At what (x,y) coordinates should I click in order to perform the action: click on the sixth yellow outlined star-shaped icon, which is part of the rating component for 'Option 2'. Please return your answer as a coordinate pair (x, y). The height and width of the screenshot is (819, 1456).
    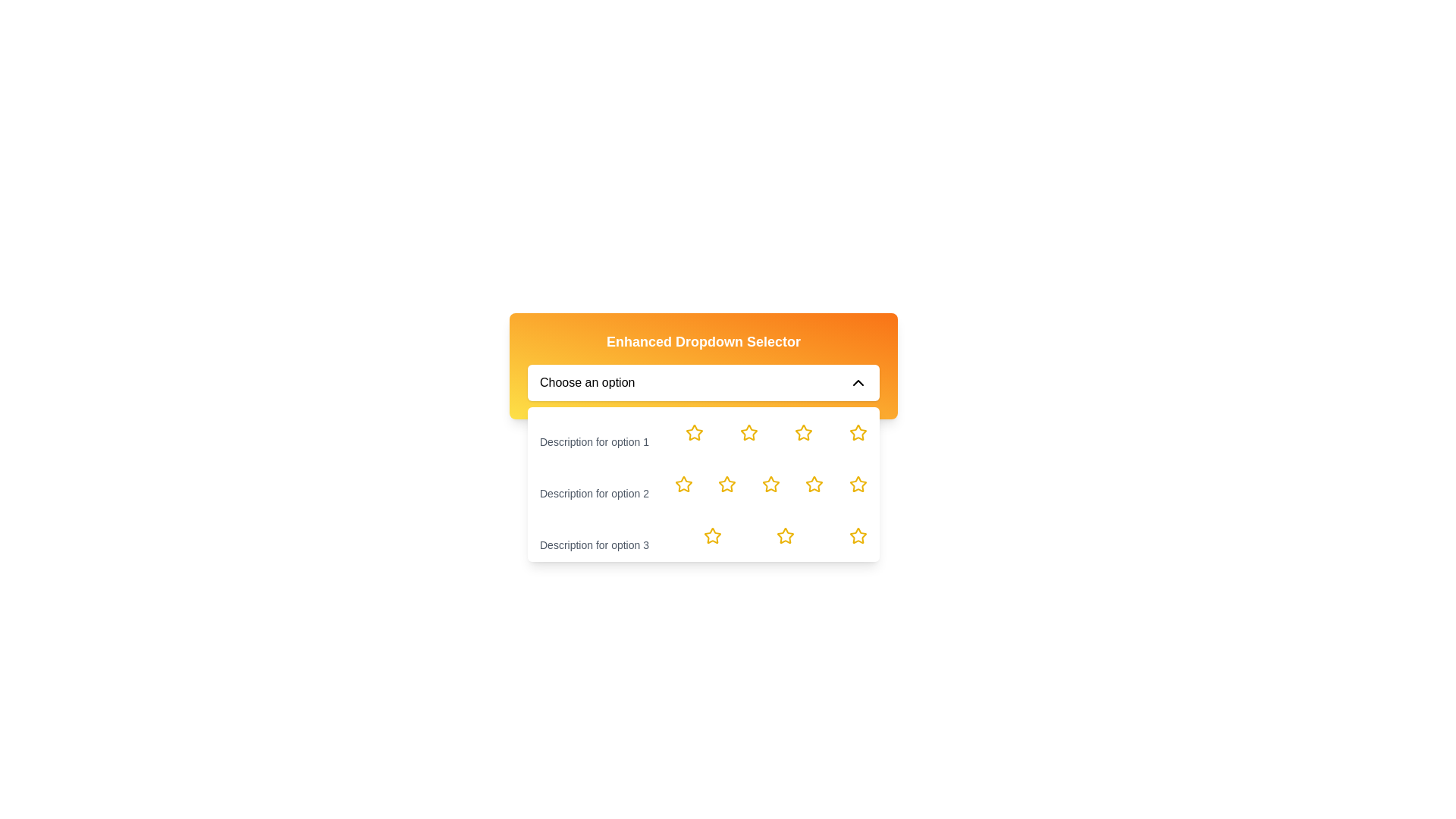
    Looking at the image, I should click on (858, 485).